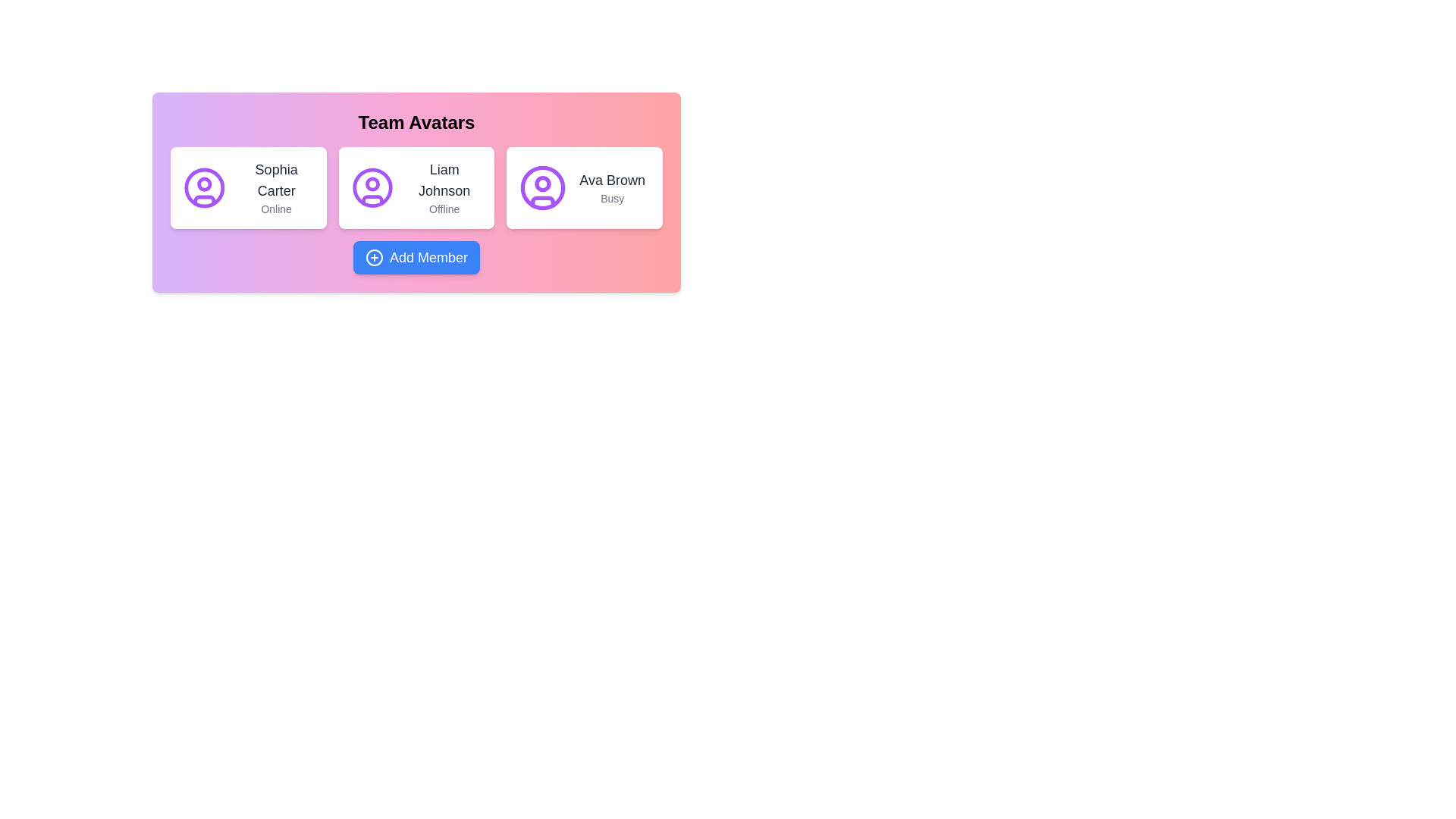 This screenshot has width=1456, height=819. Describe the element at coordinates (612, 198) in the screenshot. I see `the status indicator text label located beneath the name 'Ava Brown' in the rightmost card` at that location.